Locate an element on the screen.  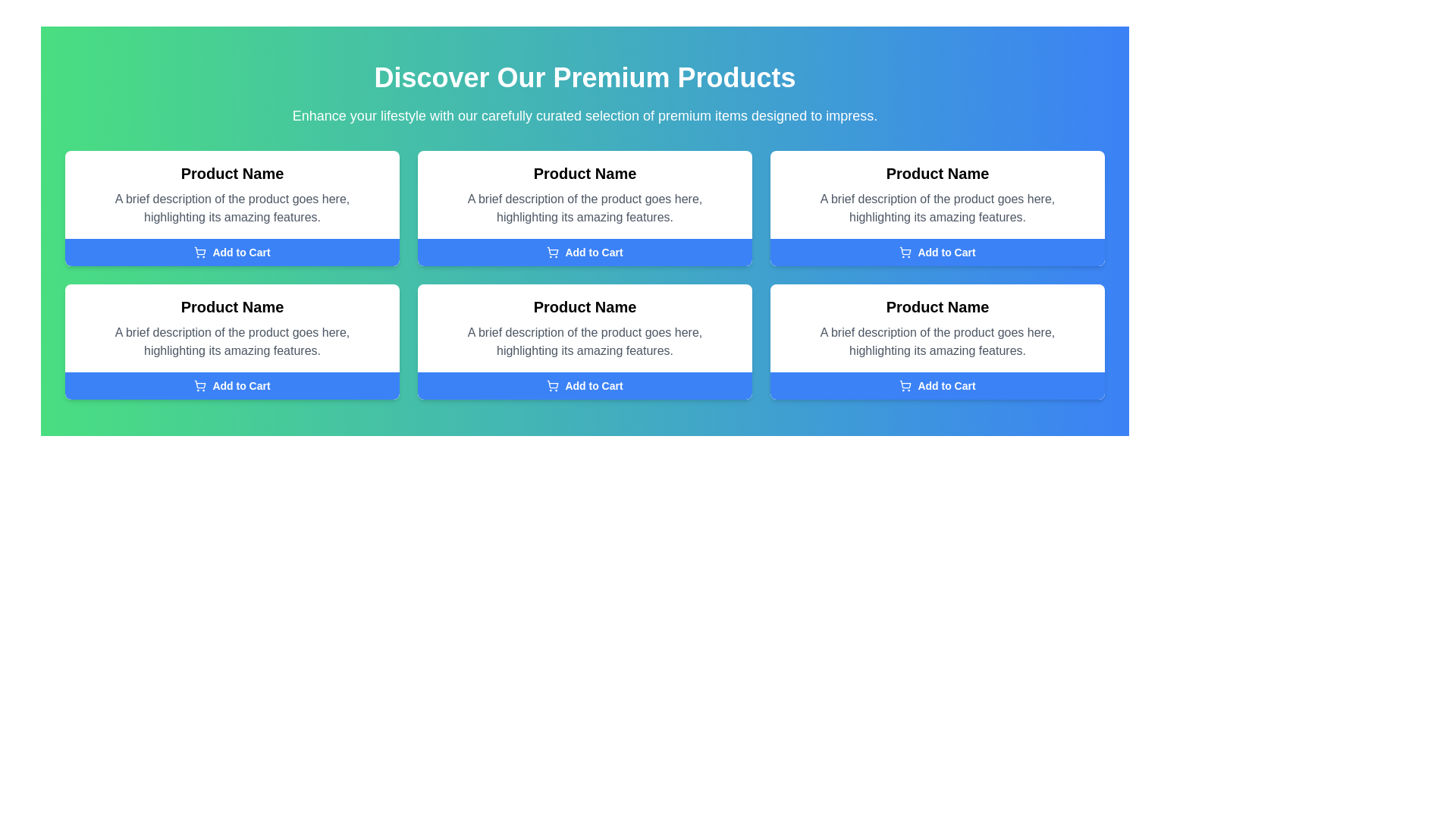
the Text Block that contains the title 'Product Name' and a brief description, positioned above the 'Add to Cart' button in the central left section of the grid layout is located at coordinates (231, 327).